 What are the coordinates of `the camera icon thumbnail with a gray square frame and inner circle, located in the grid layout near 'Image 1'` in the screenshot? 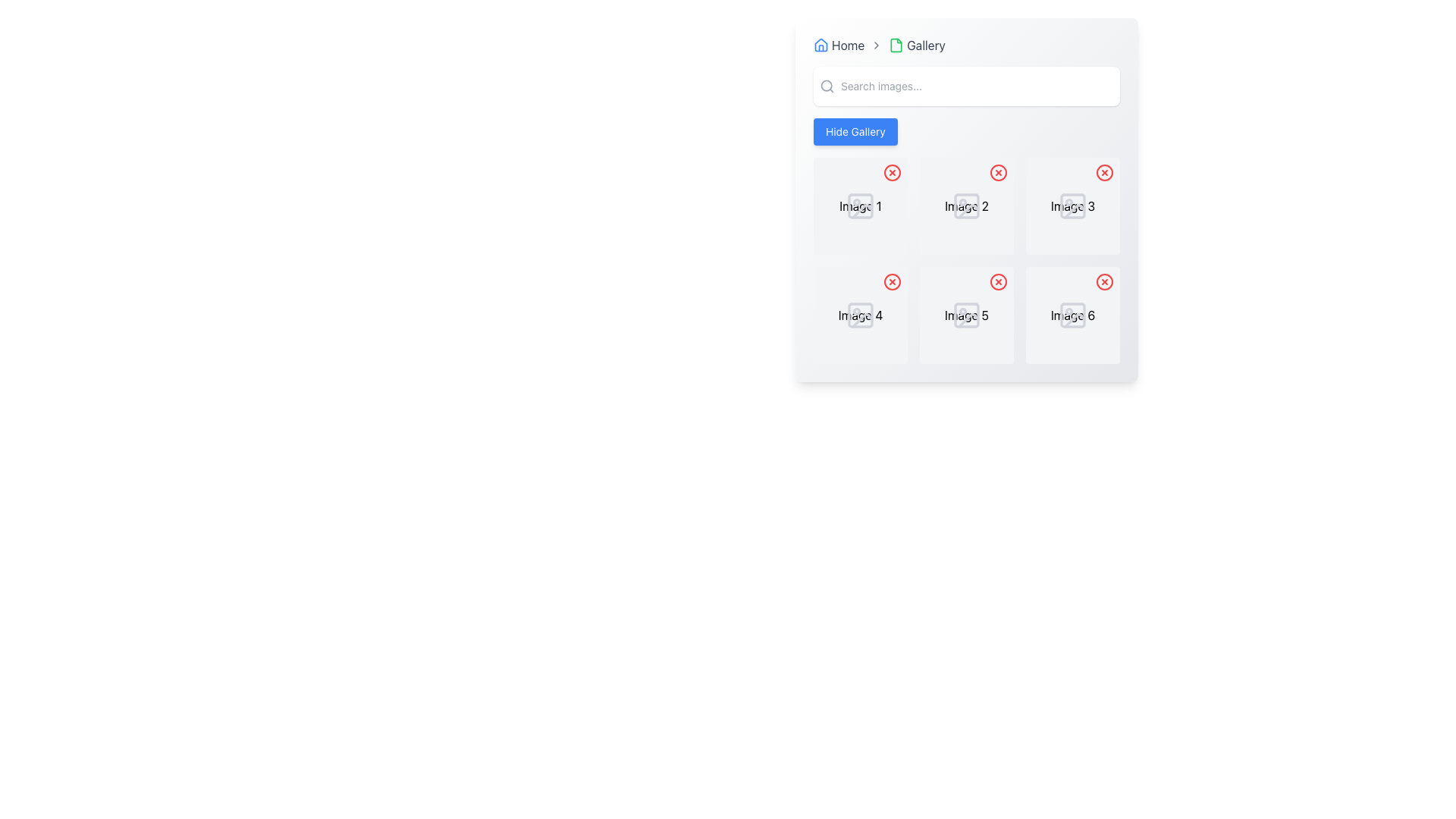 It's located at (860, 206).